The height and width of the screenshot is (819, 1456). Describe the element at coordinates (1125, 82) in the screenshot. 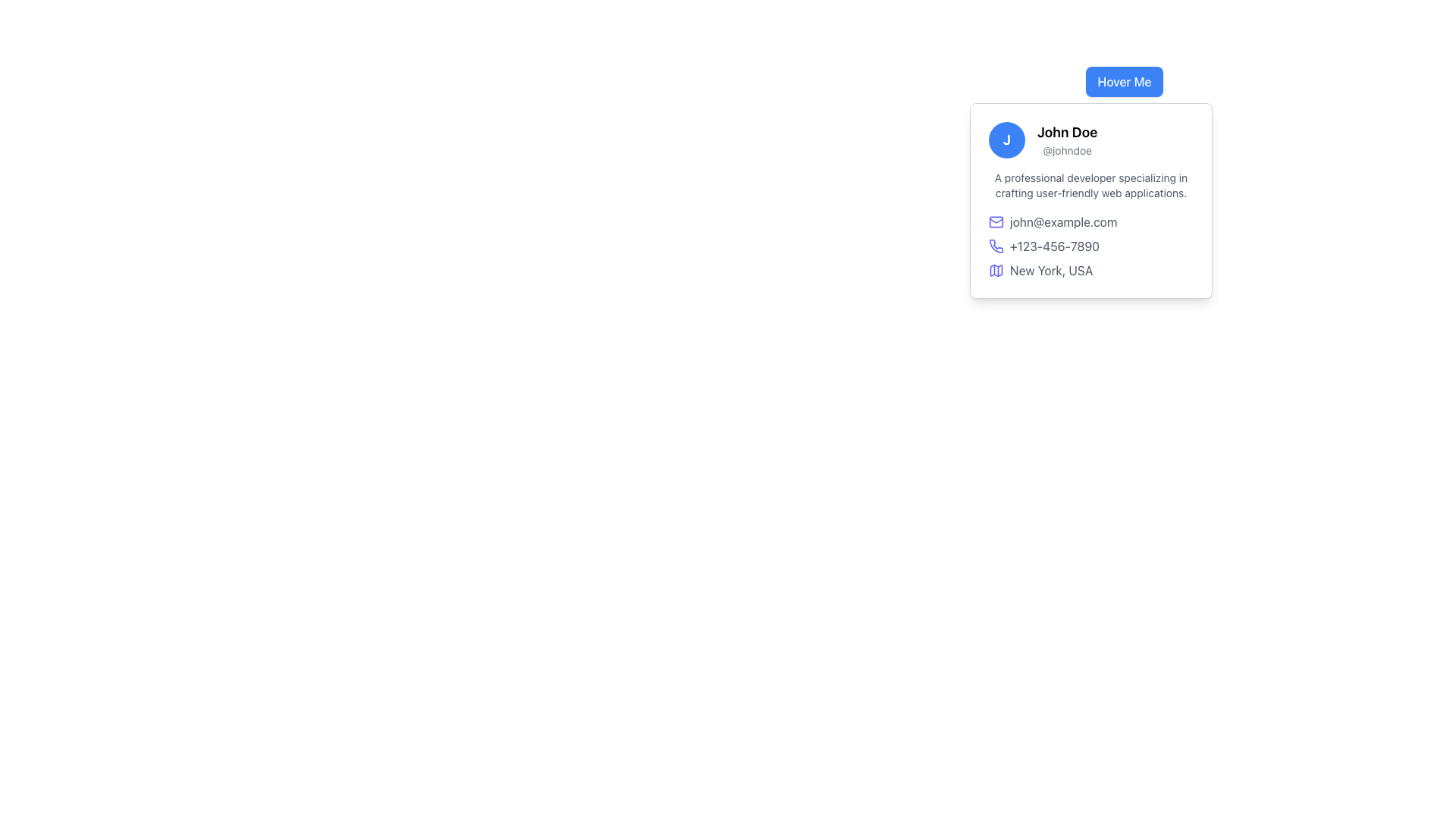

I see `the hover-trigger button located in the upper region of the interface, centered above the user profile card` at that location.